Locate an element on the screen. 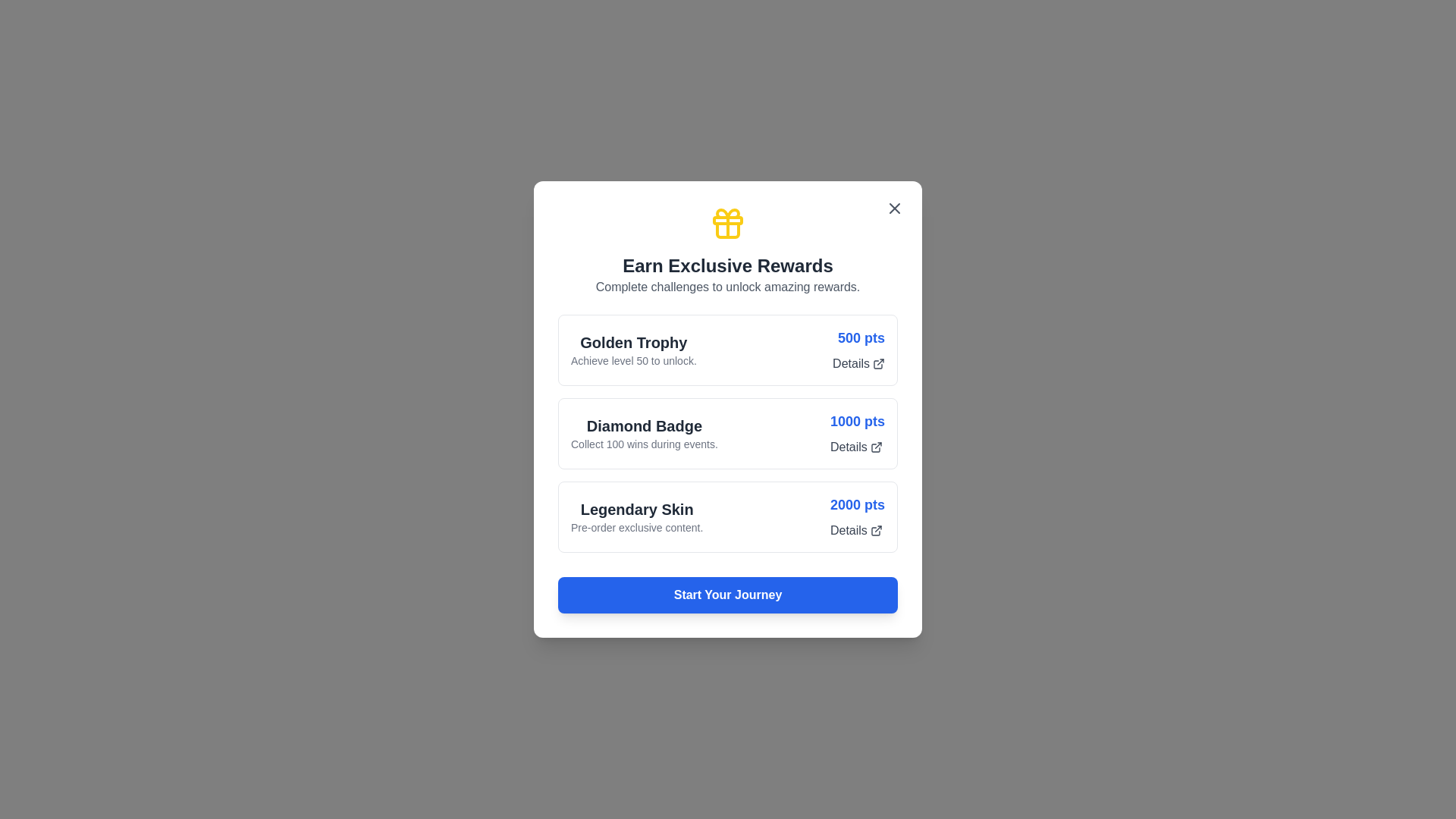  the 'Details' text in the reward card for 'Legendary Skin' to underline it is located at coordinates (858, 516).